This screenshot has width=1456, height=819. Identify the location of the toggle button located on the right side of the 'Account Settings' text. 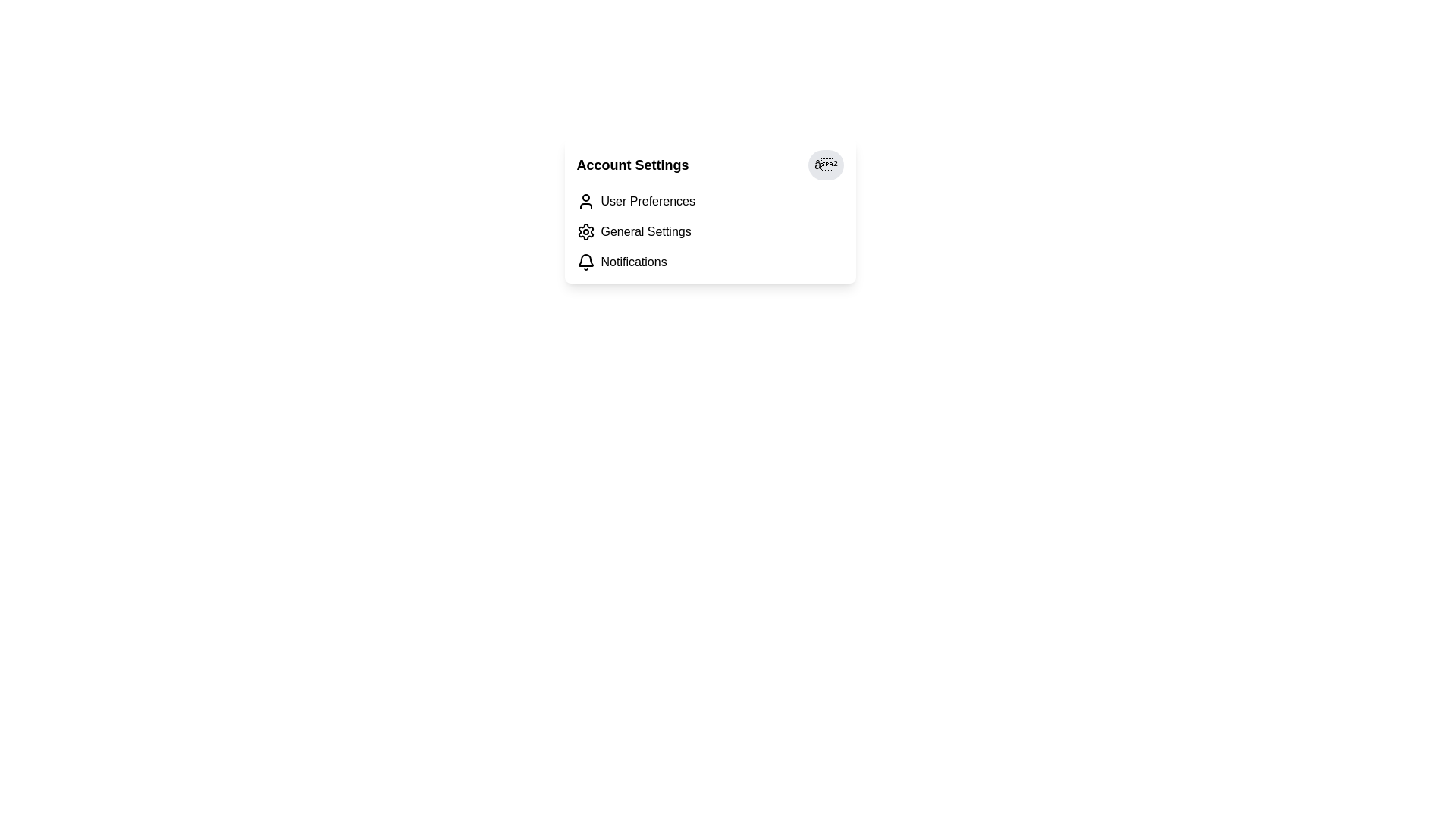
(825, 165).